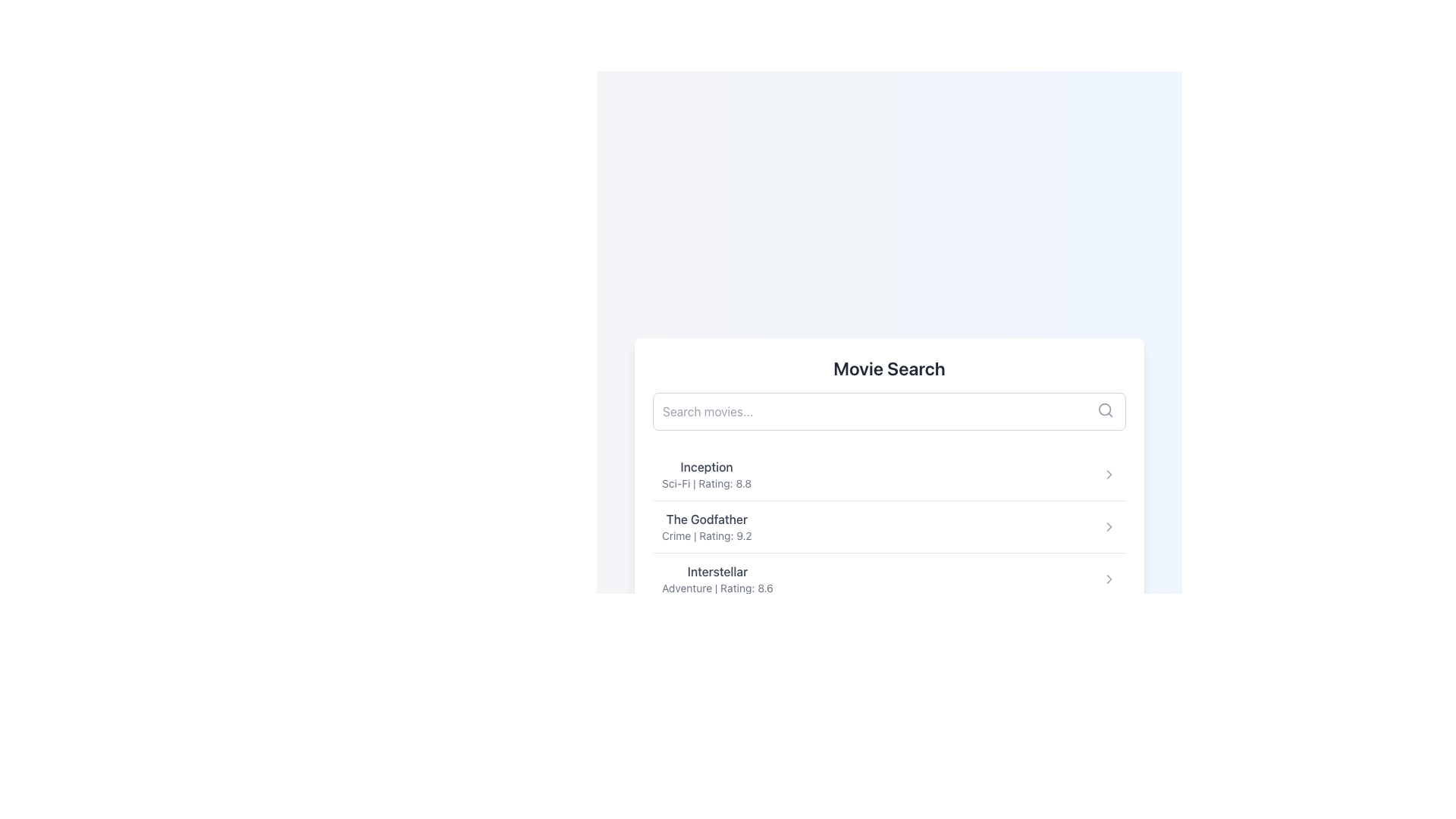 The width and height of the screenshot is (1456, 819). I want to click on the second movie list item, which displays details such as title, genre, and rating, situated between 'Inception' and 'Interstellar' in a vertically stacked list, so click(889, 526).